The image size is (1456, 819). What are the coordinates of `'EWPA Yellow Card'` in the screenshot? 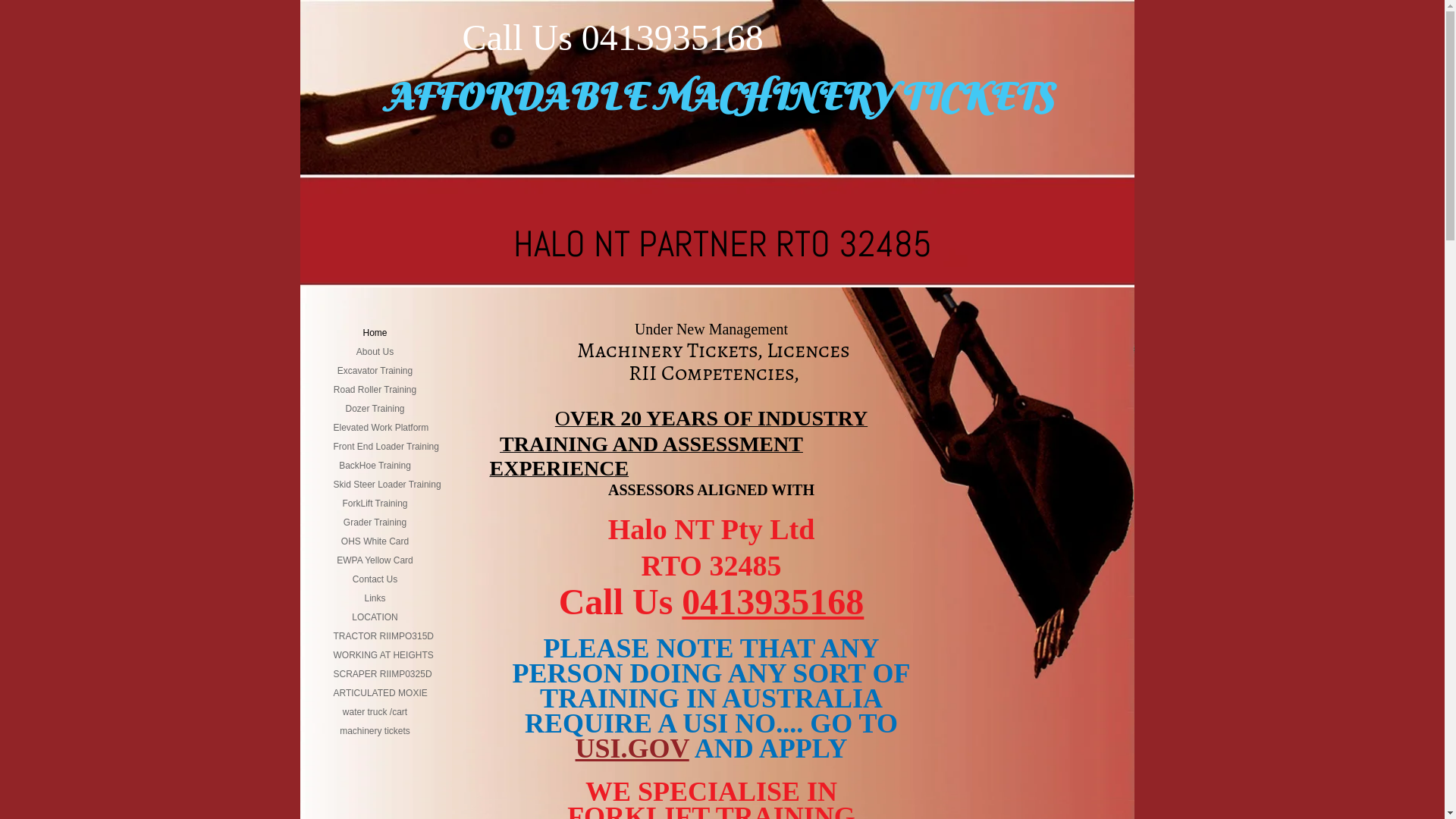 It's located at (375, 560).